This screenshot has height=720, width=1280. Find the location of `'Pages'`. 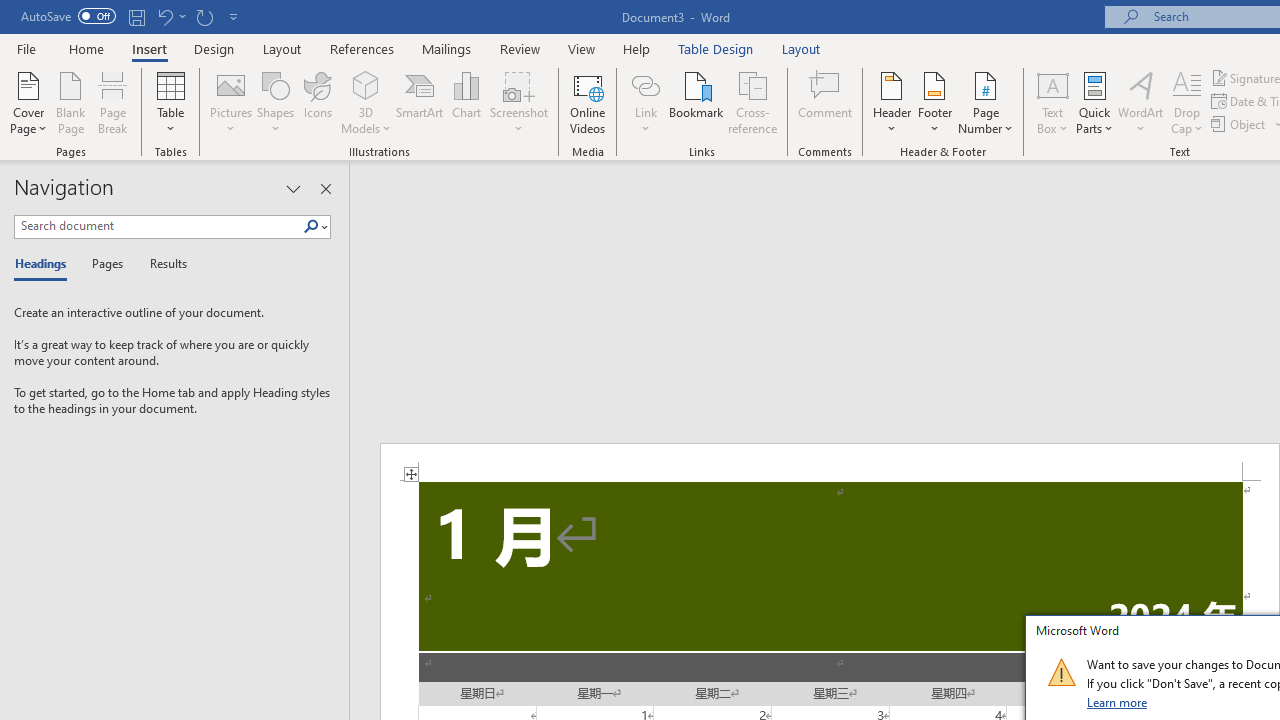

'Pages' is located at coordinates (104, 264).